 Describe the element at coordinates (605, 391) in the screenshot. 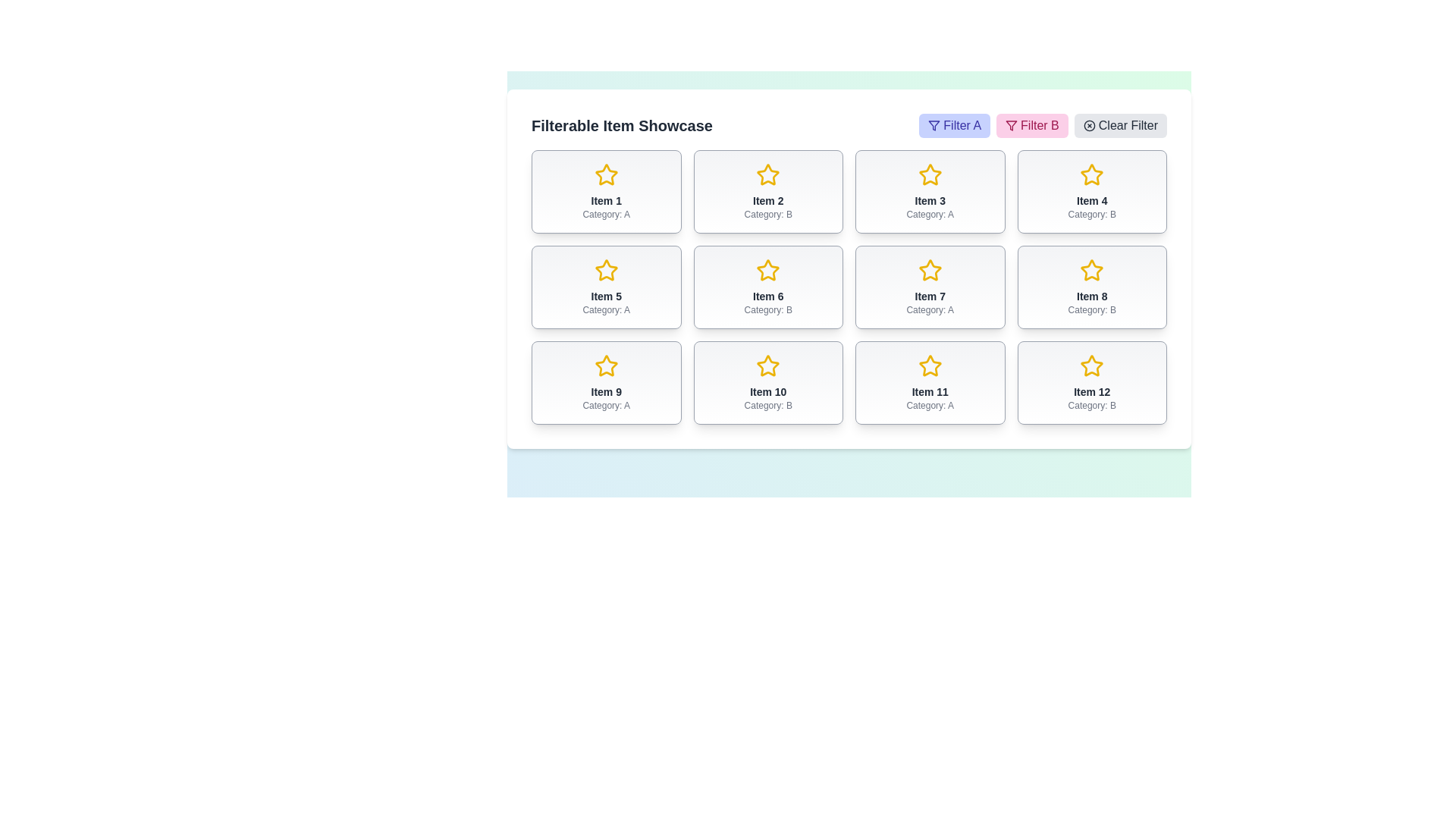

I see `text label that describes the item within the card labeled 'Item 9', which is positioned in the third row and first column of the grid layout` at that location.